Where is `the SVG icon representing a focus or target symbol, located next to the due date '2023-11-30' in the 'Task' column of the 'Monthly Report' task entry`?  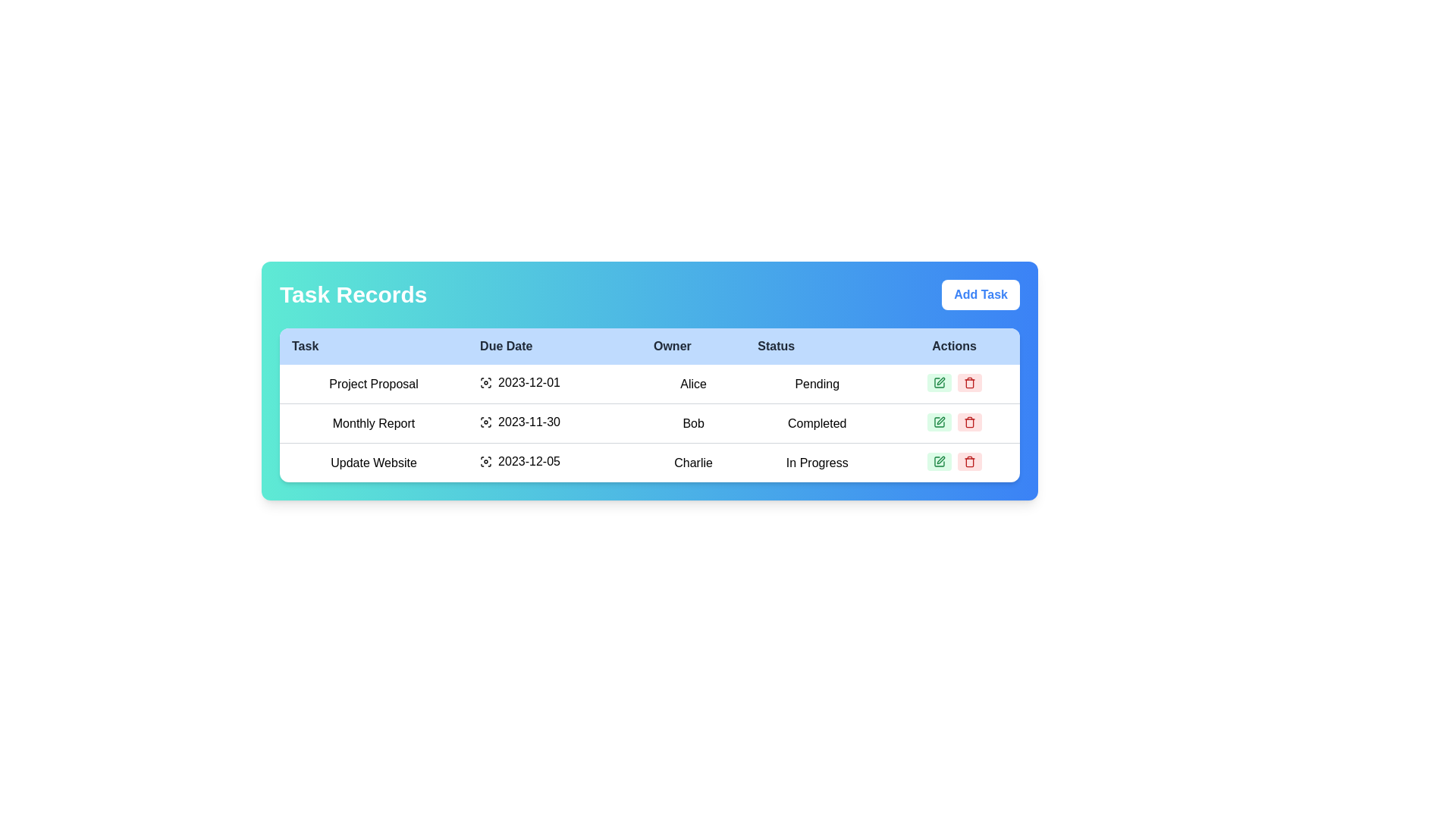
the SVG icon representing a focus or target symbol, located next to the due date '2023-11-30' in the 'Task' column of the 'Monthly Report' task entry is located at coordinates (486, 422).